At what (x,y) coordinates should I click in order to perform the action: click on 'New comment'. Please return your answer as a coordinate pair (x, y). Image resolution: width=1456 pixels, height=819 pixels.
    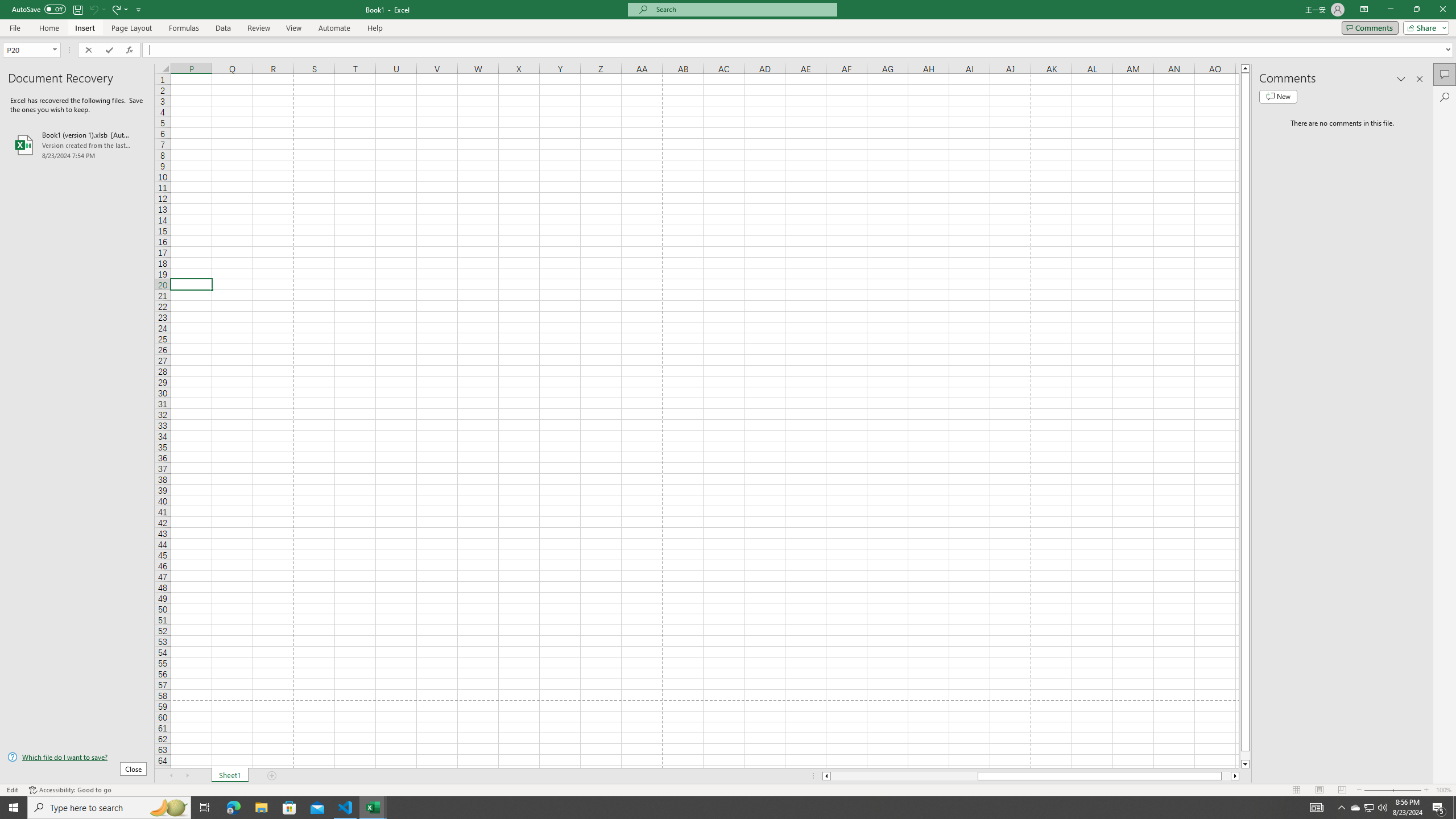
    Looking at the image, I should click on (1277, 96).